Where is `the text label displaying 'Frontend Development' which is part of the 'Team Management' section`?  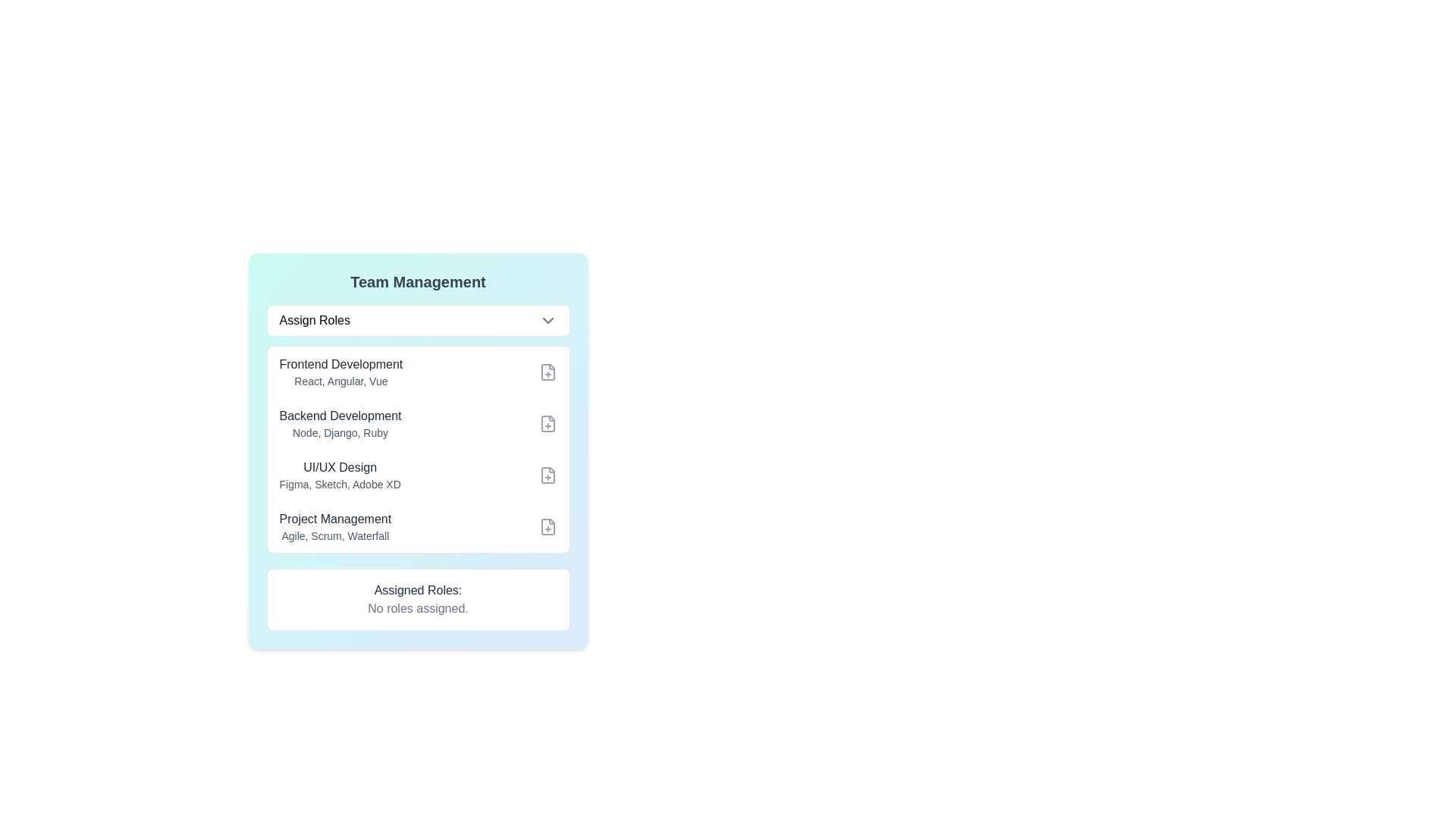
the text label displaying 'Frontend Development' which is part of the 'Team Management' section is located at coordinates (340, 365).